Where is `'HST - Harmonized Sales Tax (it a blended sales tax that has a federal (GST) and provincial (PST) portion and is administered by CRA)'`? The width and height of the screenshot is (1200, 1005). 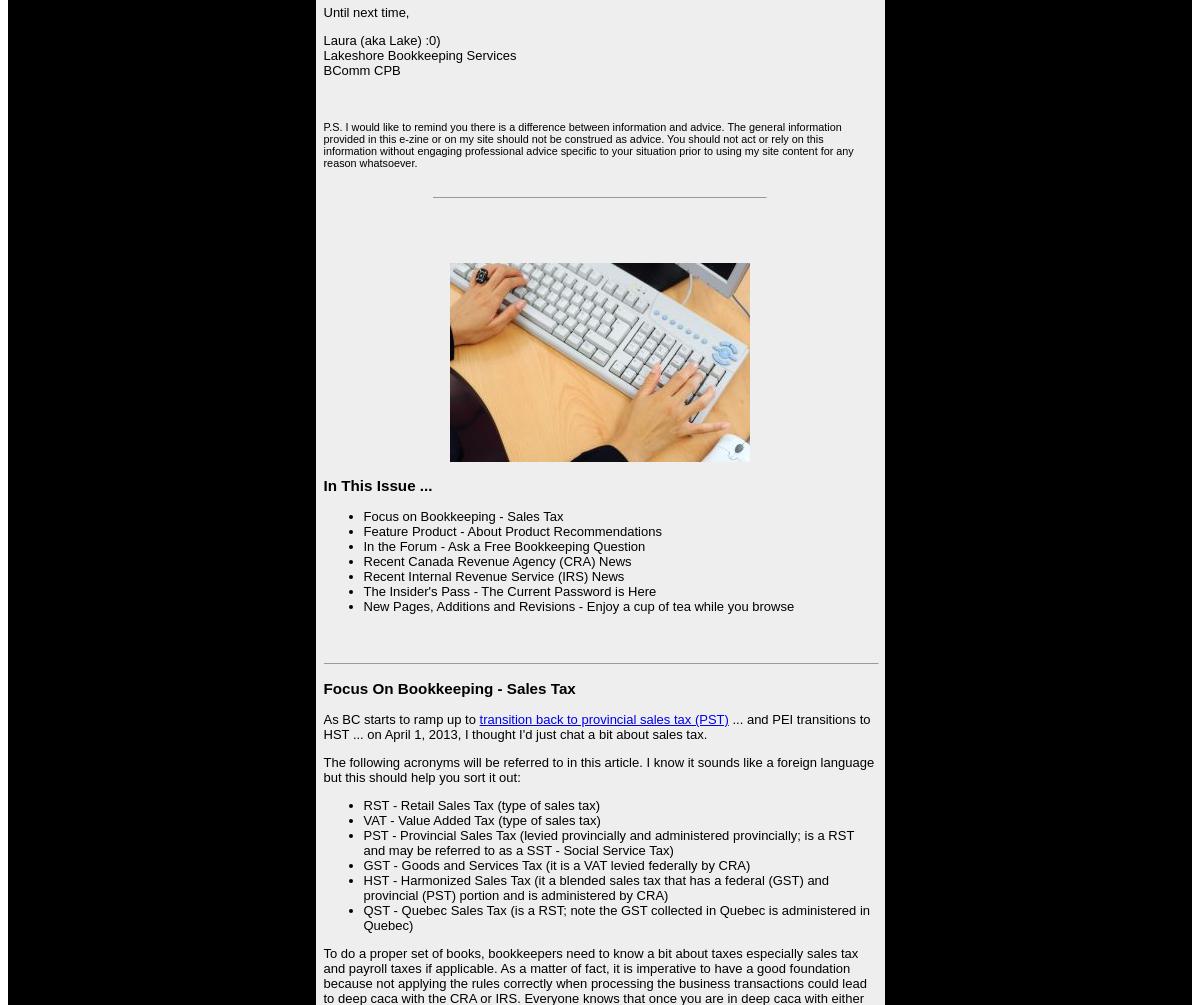
'HST - Harmonized Sales Tax (it a blended sales tax that has a federal (GST) and provincial (PST) portion and is administered by CRA)' is located at coordinates (595, 886).